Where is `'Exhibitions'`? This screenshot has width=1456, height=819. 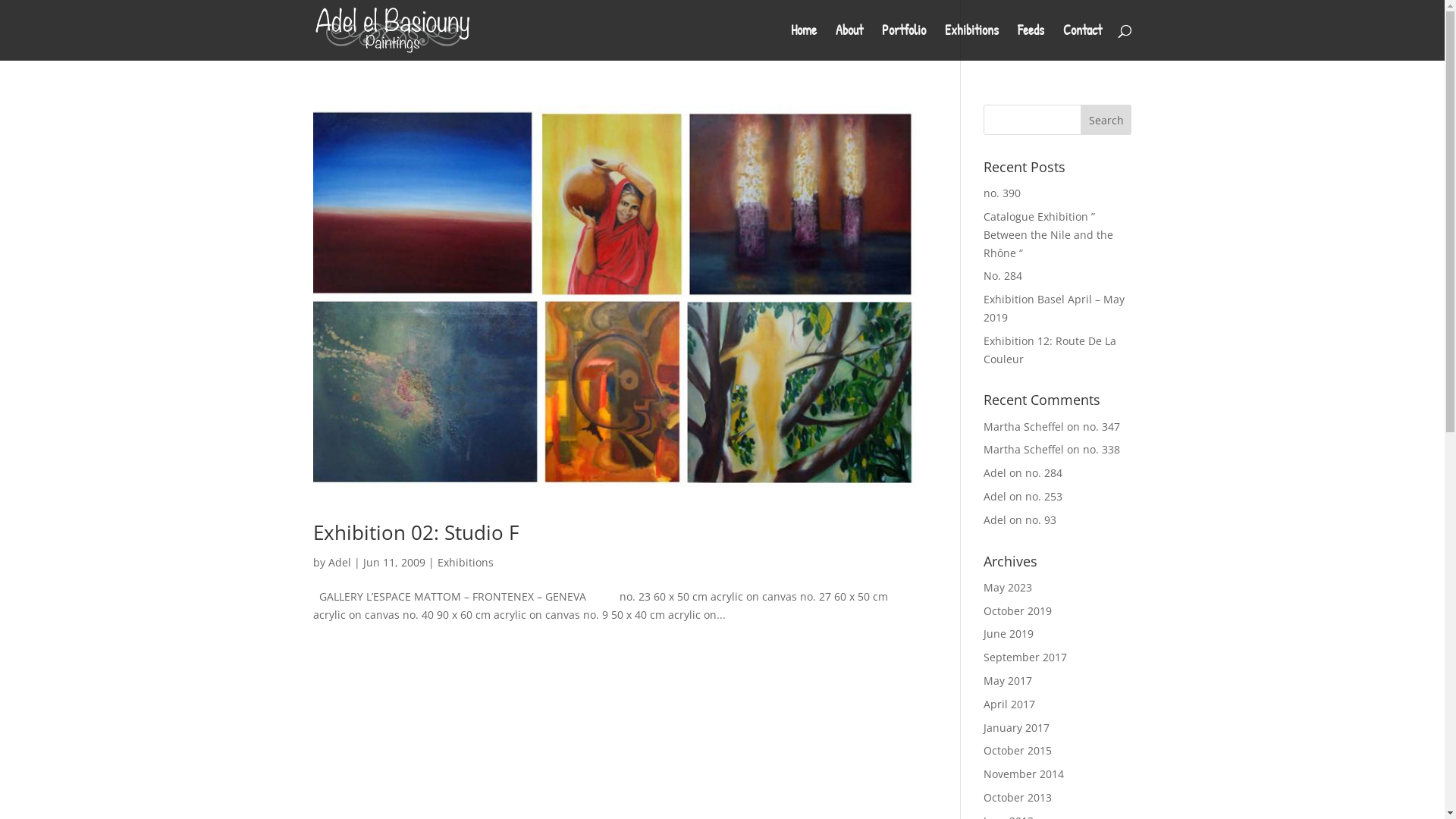
'Exhibitions' is located at coordinates (971, 42).